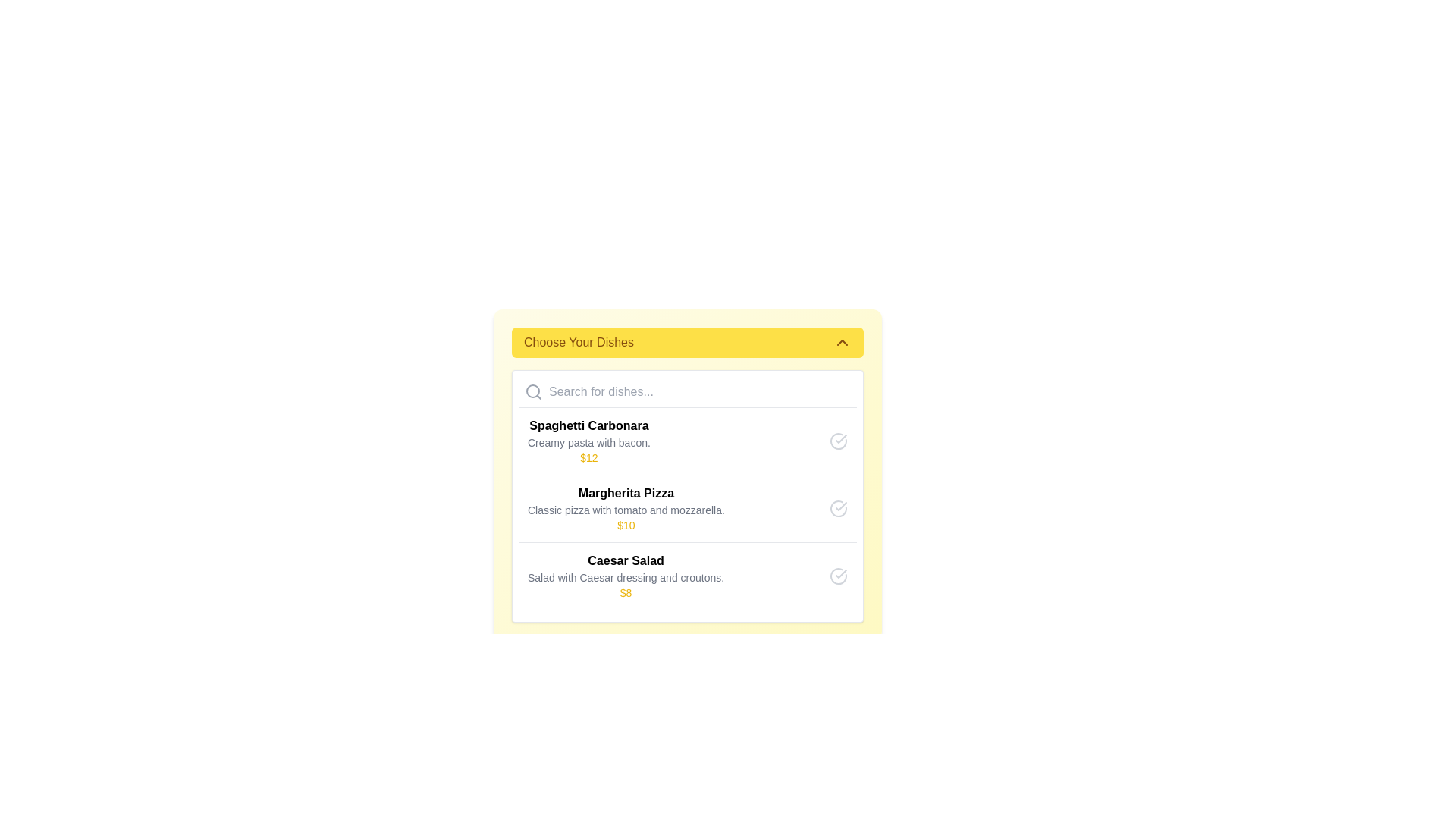 The image size is (1456, 819). Describe the element at coordinates (588, 457) in the screenshot. I see `the static text displaying the price '$12', which is styled in yellow and located below the dish description 'Creamy pasta with bacon' and associated with 'Spaghetti Carbonara'` at that location.